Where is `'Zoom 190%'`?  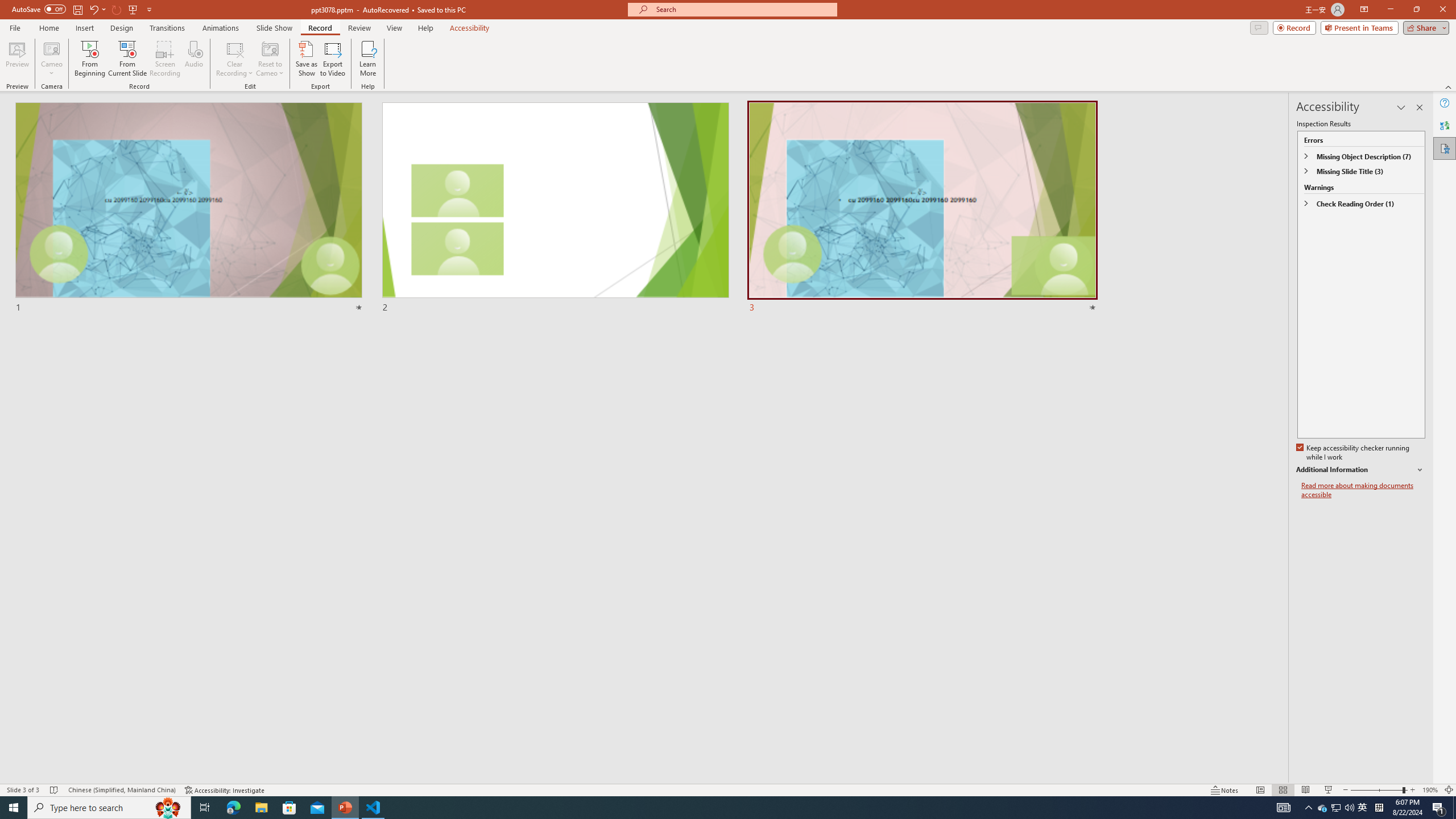
'Zoom 190%' is located at coordinates (1430, 790).